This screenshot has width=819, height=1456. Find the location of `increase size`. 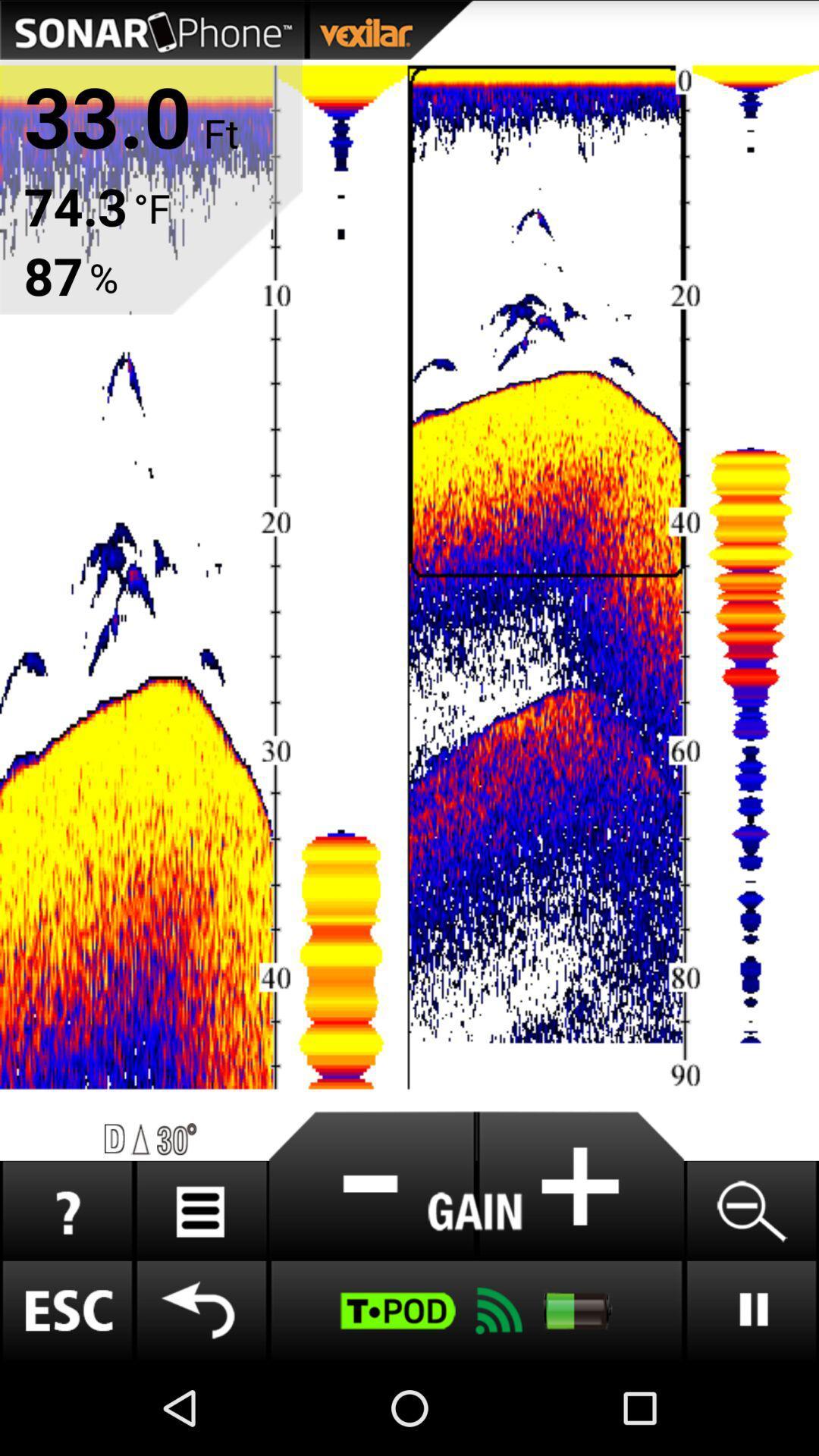

increase size is located at coordinates (580, 1185).